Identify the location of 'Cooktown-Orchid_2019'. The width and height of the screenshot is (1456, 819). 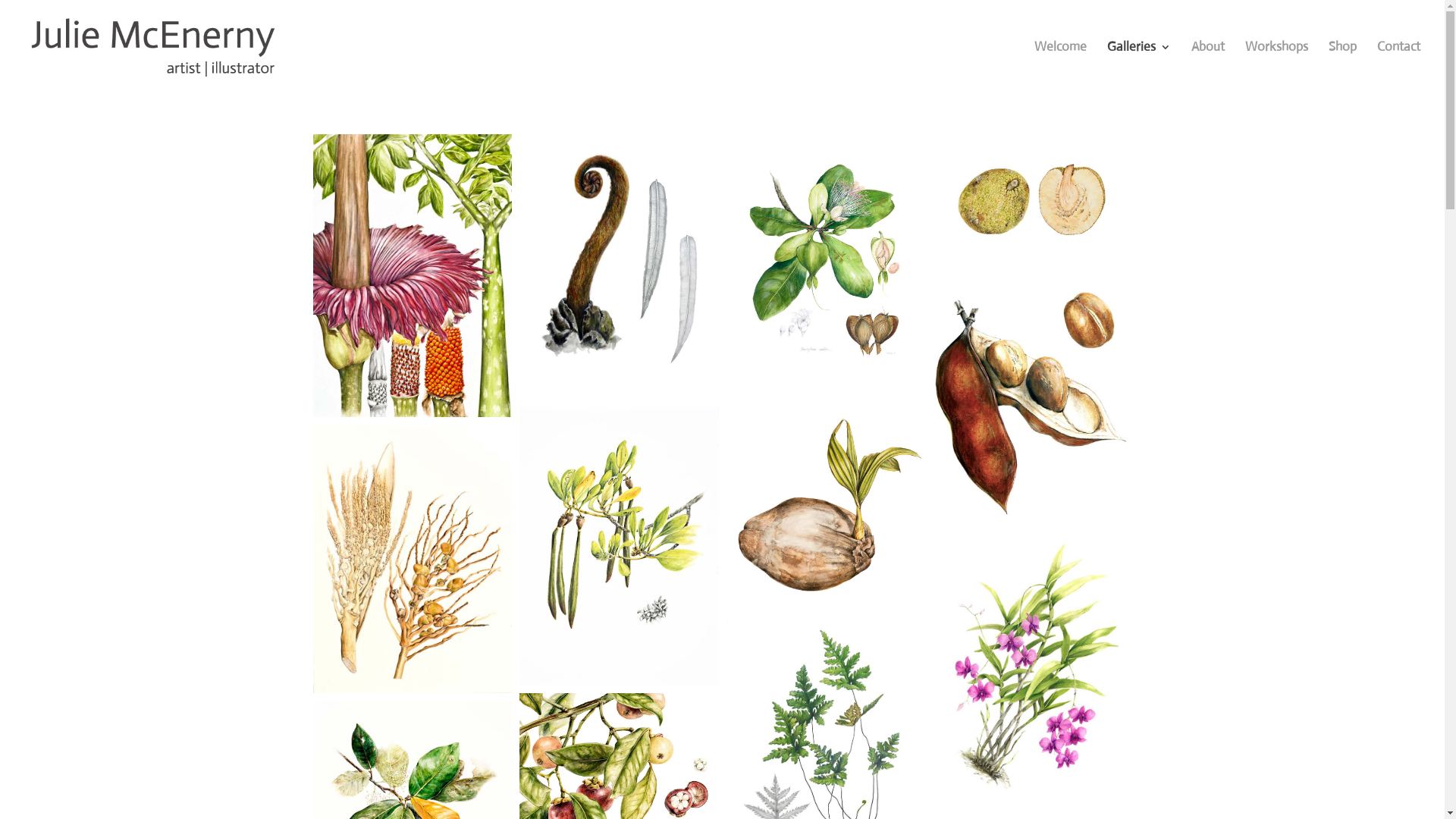
(931, 667).